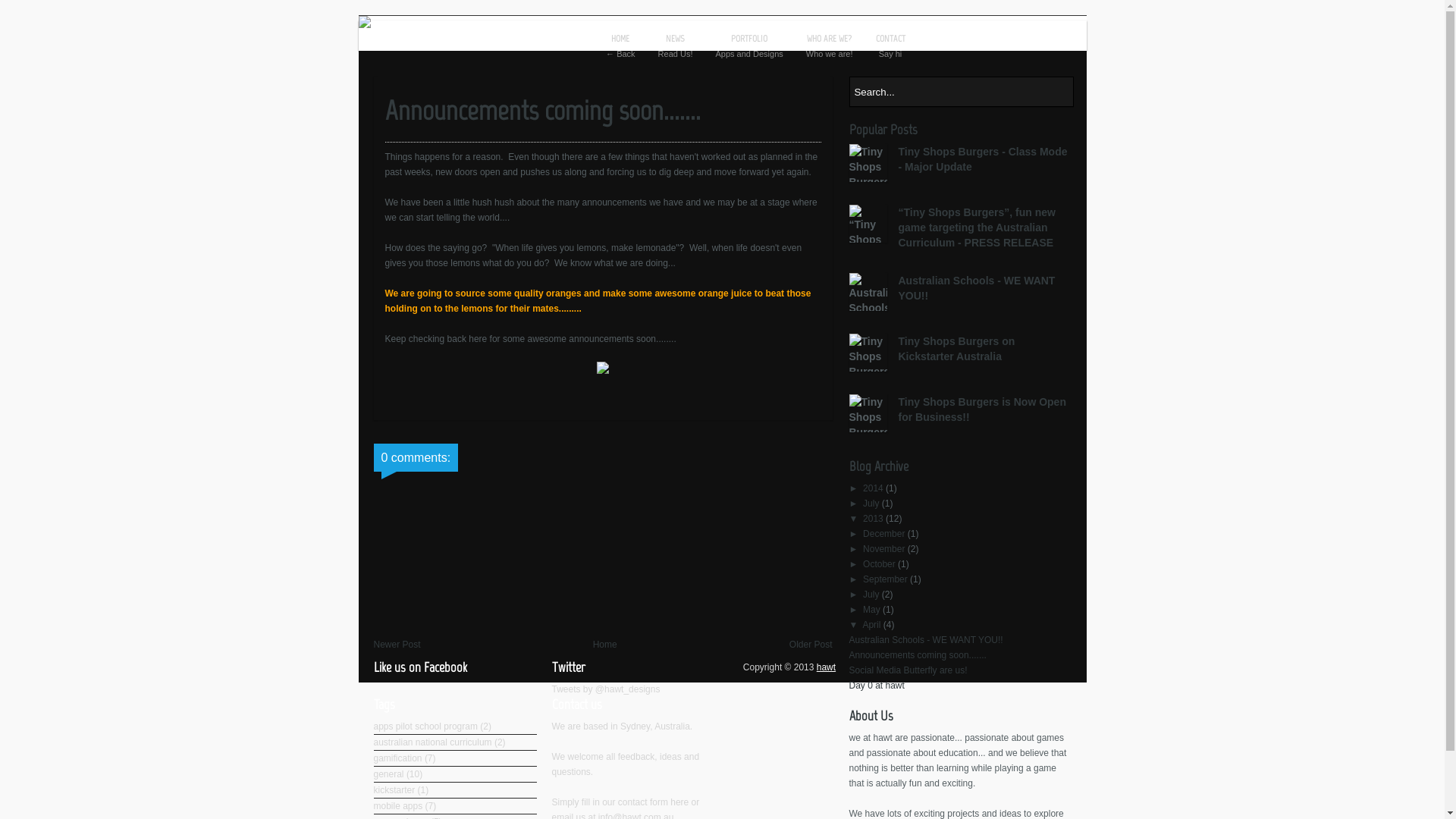 This screenshot has height=819, width=1456. I want to click on 'NEWS, so click(675, 45).